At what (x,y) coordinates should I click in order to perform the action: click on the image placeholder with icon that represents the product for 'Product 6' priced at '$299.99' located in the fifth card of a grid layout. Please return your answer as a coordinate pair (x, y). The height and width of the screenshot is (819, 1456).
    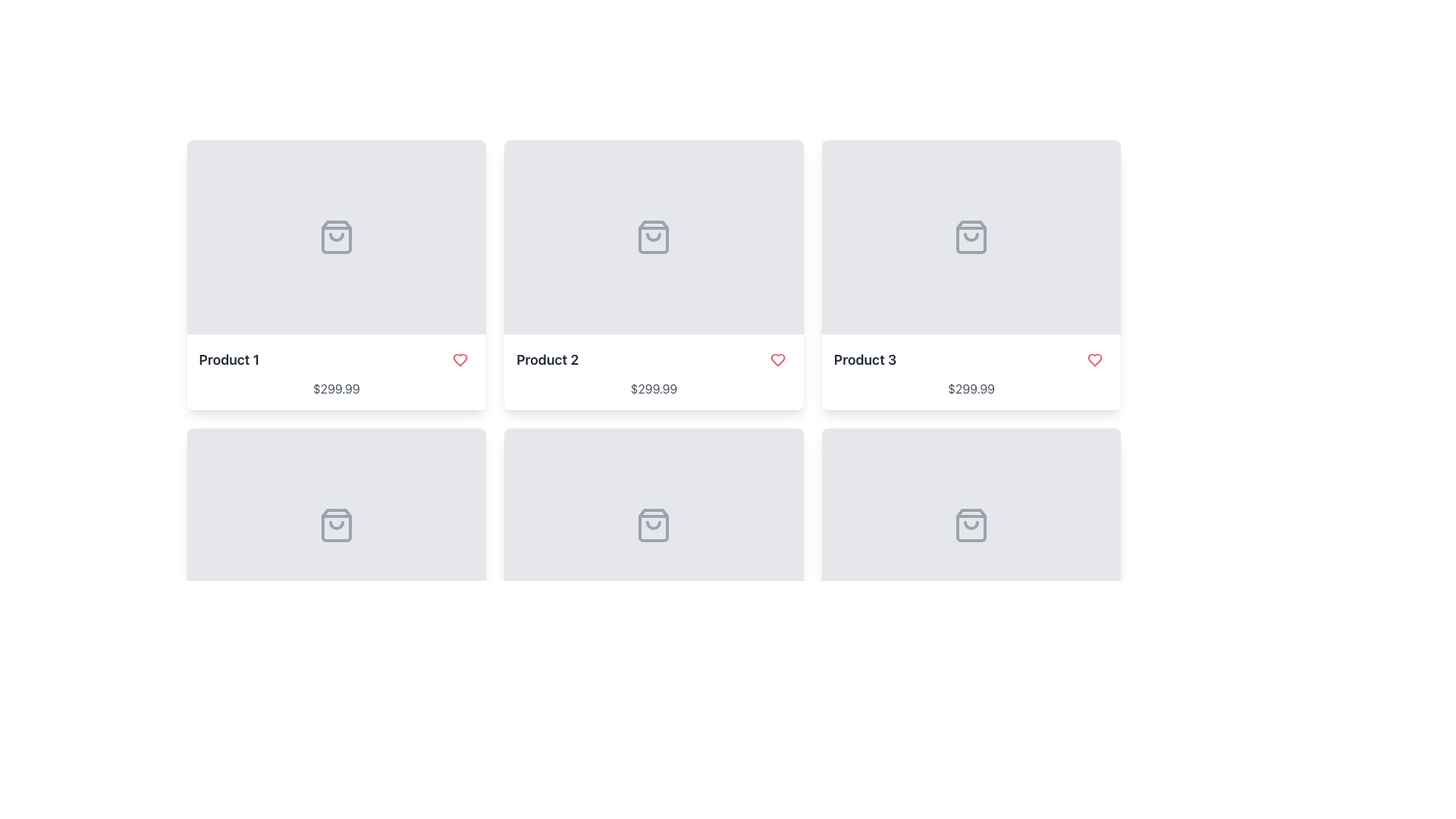
    Looking at the image, I should click on (971, 525).